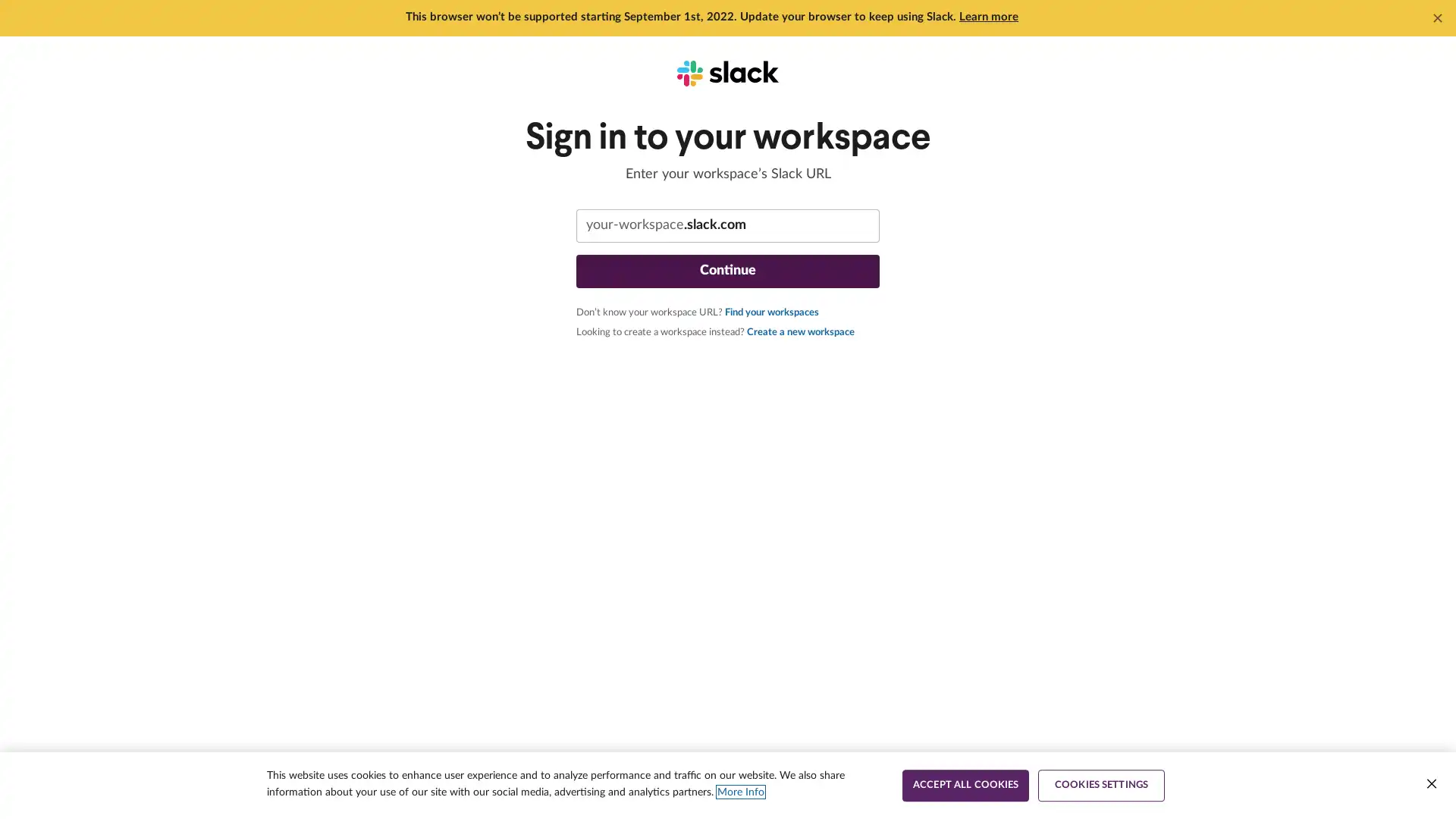 The width and height of the screenshot is (1456, 819). Describe the element at coordinates (1430, 783) in the screenshot. I see `Close` at that location.